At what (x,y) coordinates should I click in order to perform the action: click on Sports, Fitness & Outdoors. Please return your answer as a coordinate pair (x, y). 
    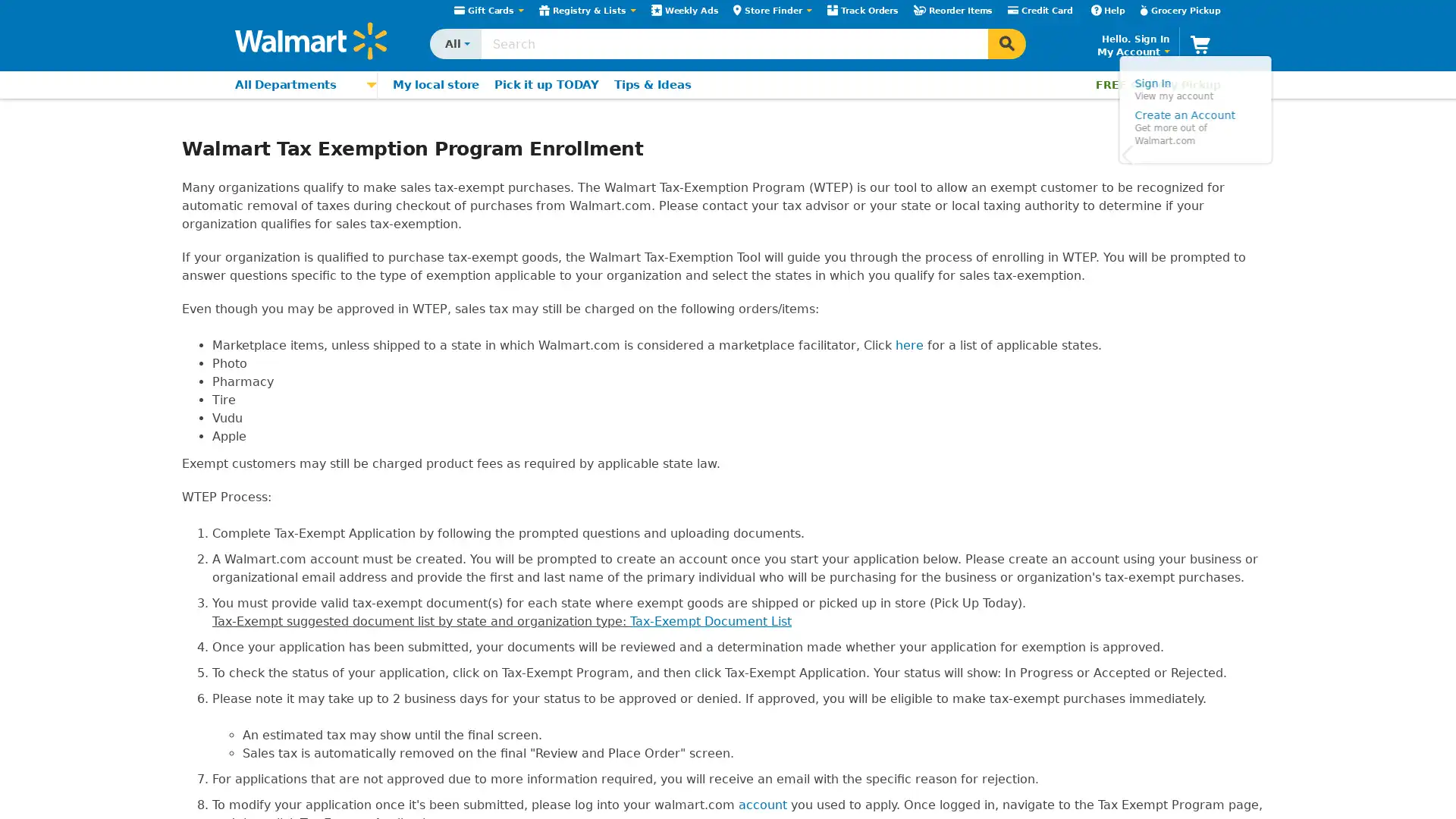
    Looking at the image, I should click on (294, 356).